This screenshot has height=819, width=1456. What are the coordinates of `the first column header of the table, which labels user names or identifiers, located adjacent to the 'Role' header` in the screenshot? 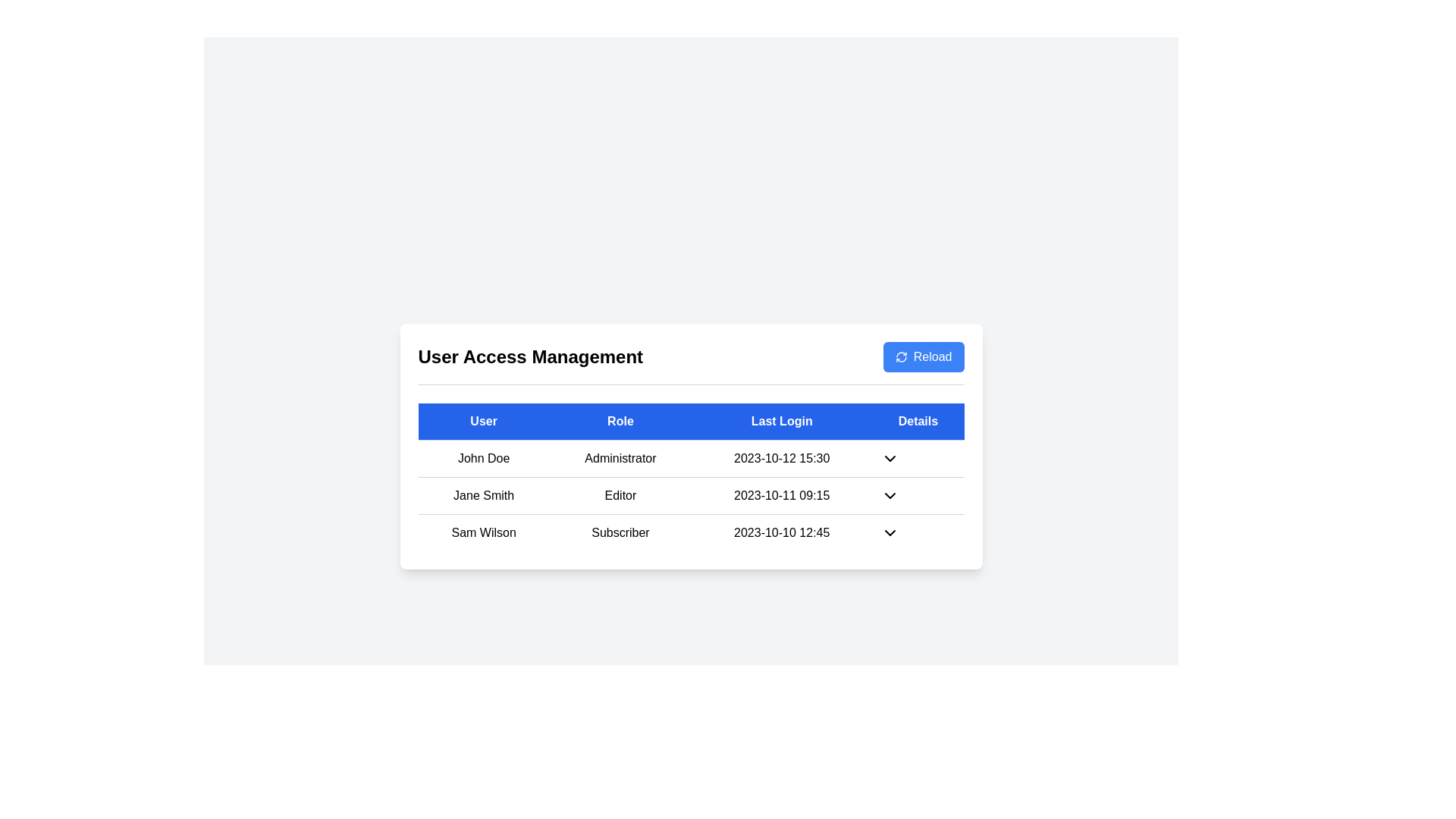 It's located at (483, 422).